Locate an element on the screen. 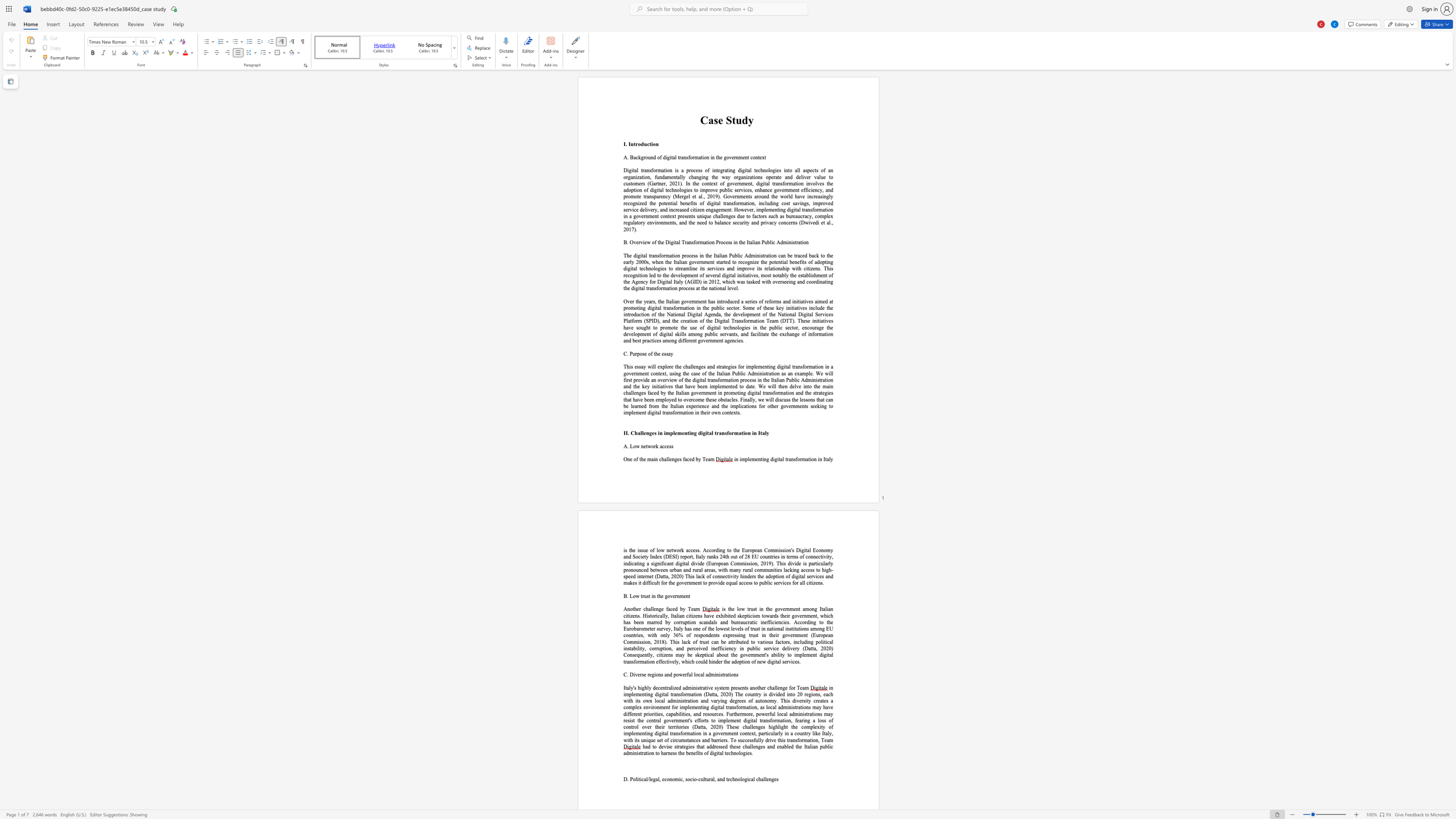 Image resolution: width=1456 pixels, height=819 pixels. the 2th character "t" in the text is located at coordinates (765, 333).